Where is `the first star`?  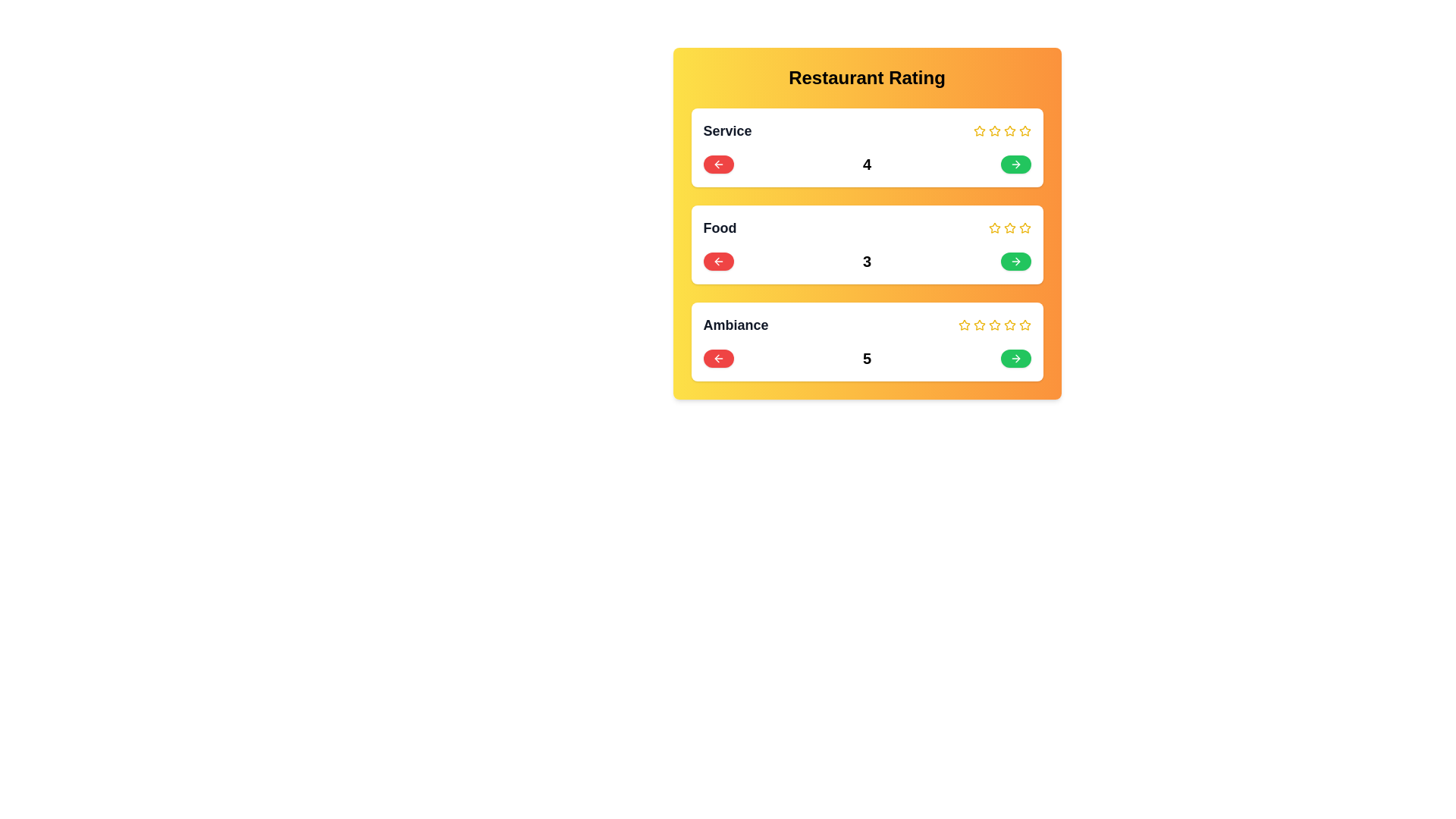 the first star is located at coordinates (994, 227).